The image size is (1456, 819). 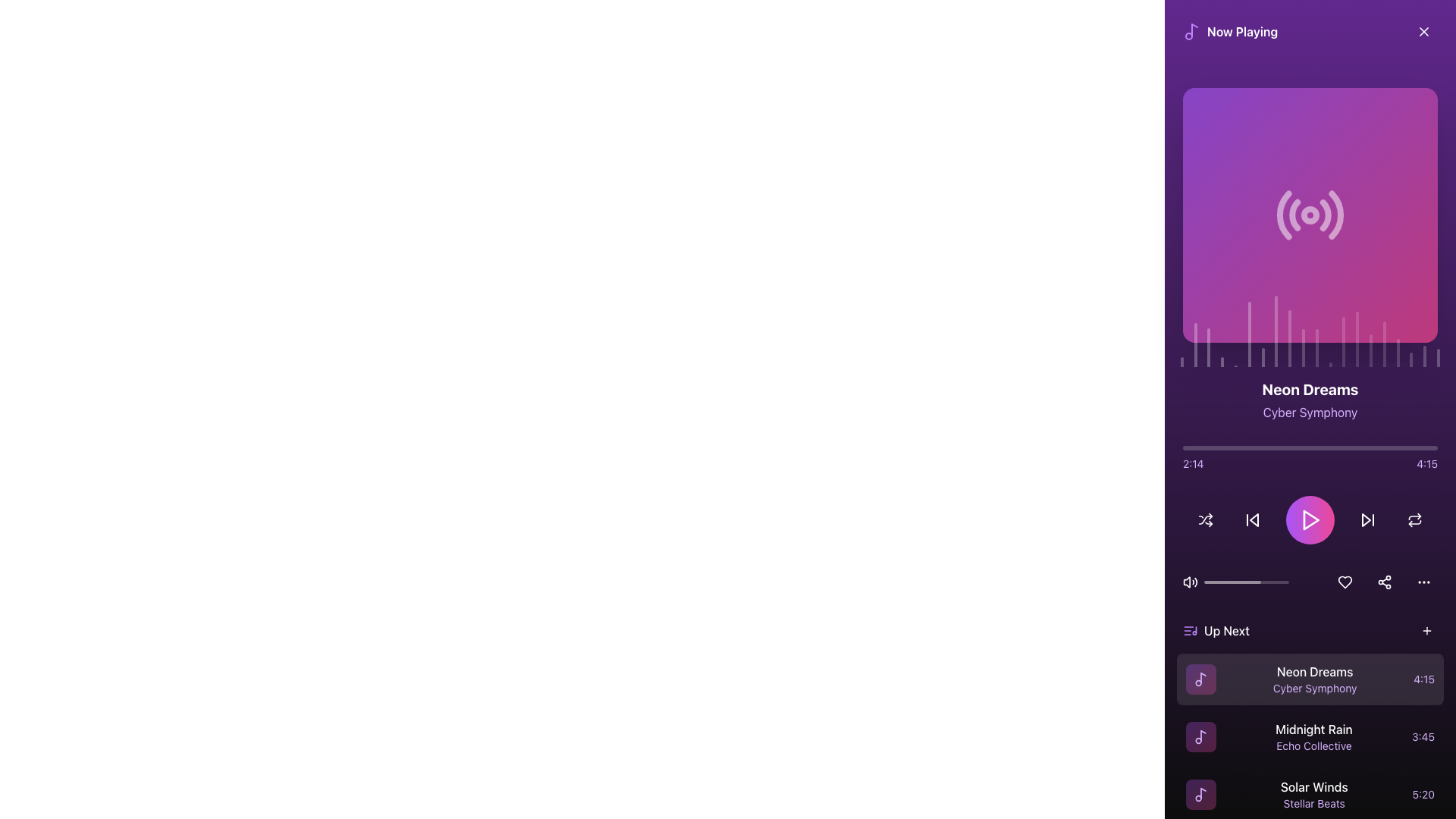 I want to click on the volume slider, so click(x=1223, y=581).